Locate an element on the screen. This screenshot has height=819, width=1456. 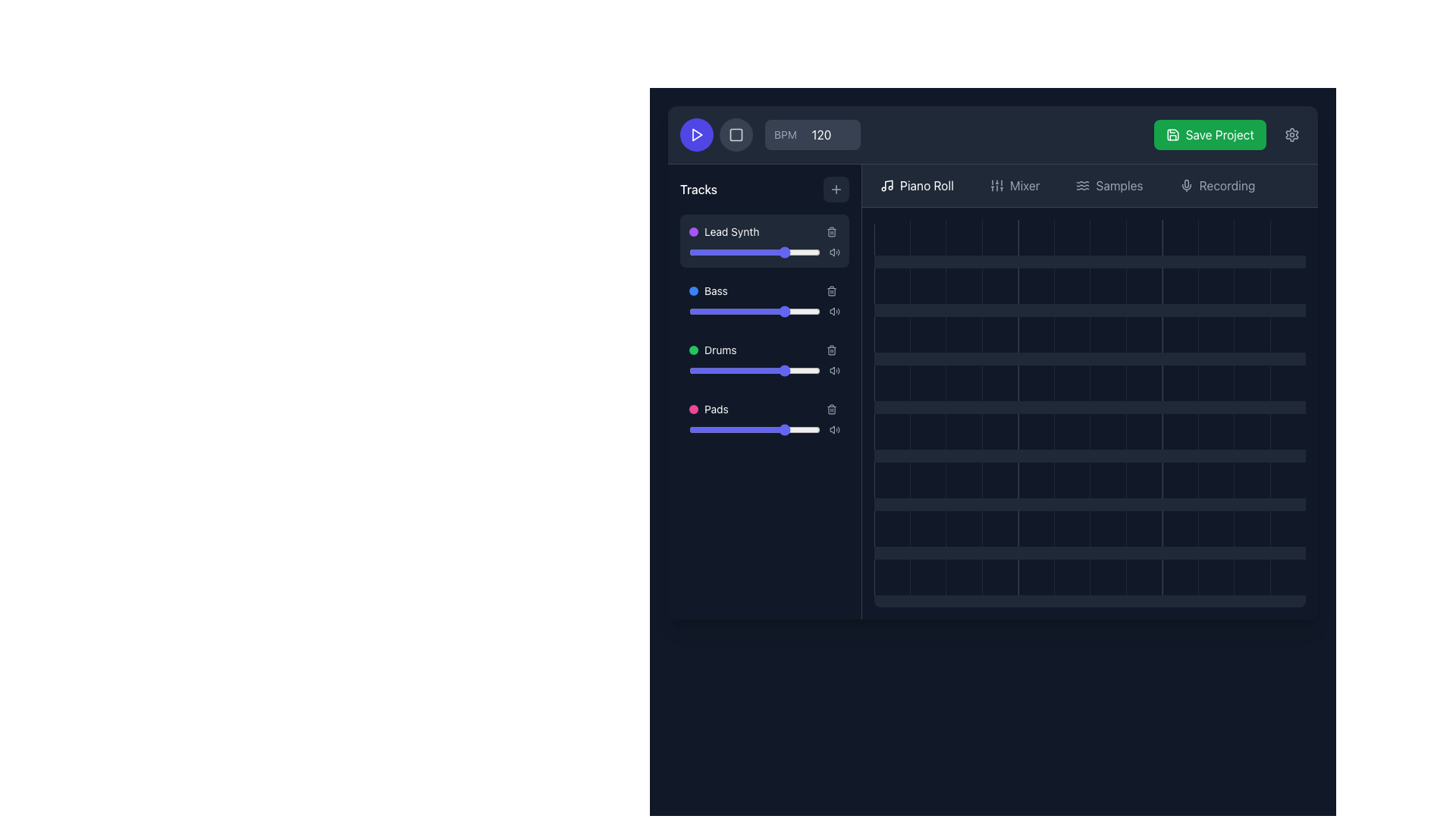
the first row and first column grid cell, which is a dark gray square box that lightens when hovered, located to the right of the 'Tracks' section and below the 'Piano Roll' tab is located at coordinates (892, 237).